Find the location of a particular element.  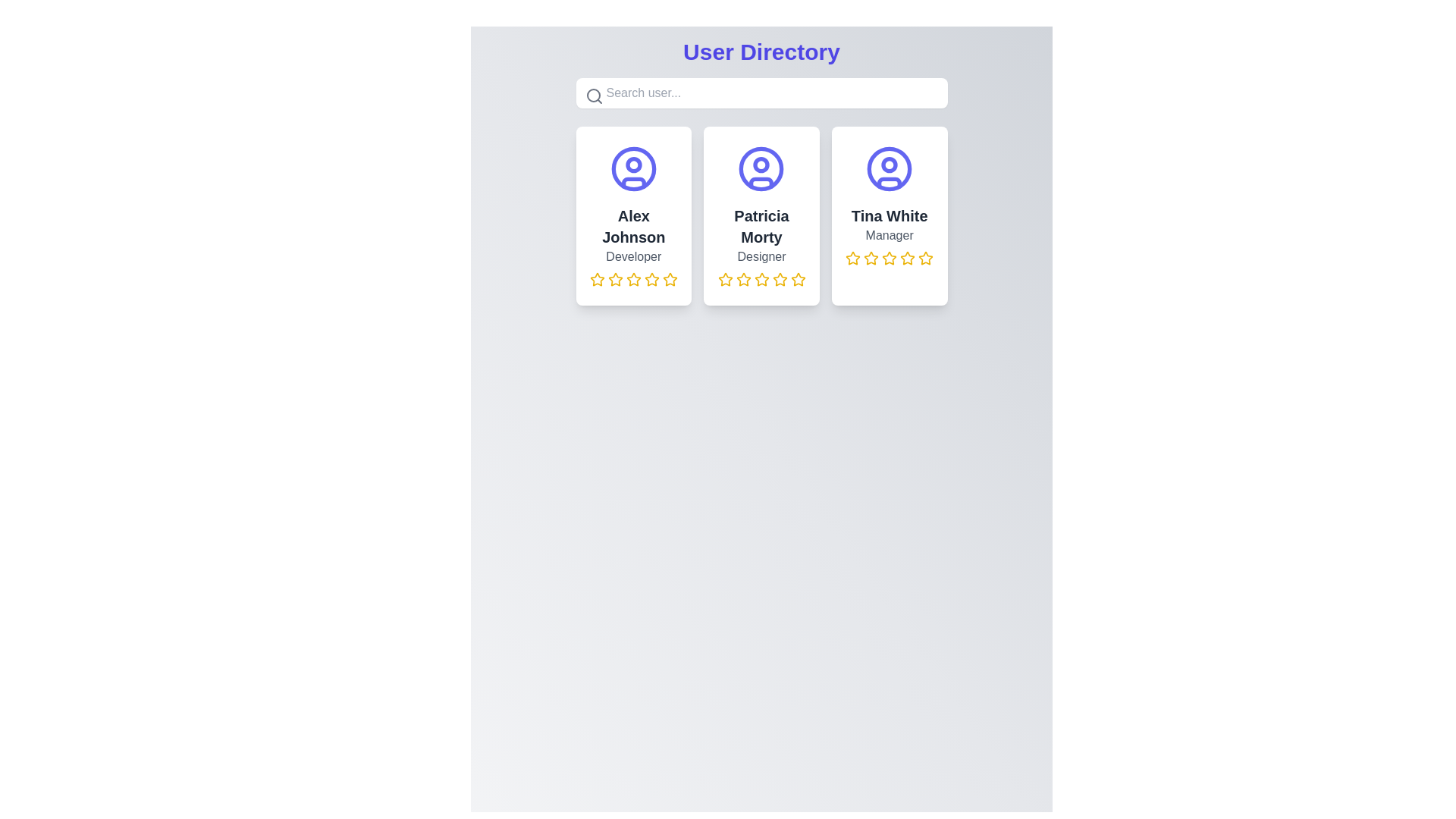

the label that denotes the job title of Patricia Morty, located below her name in the middle card of a three-column layout is located at coordinates (761, 256).